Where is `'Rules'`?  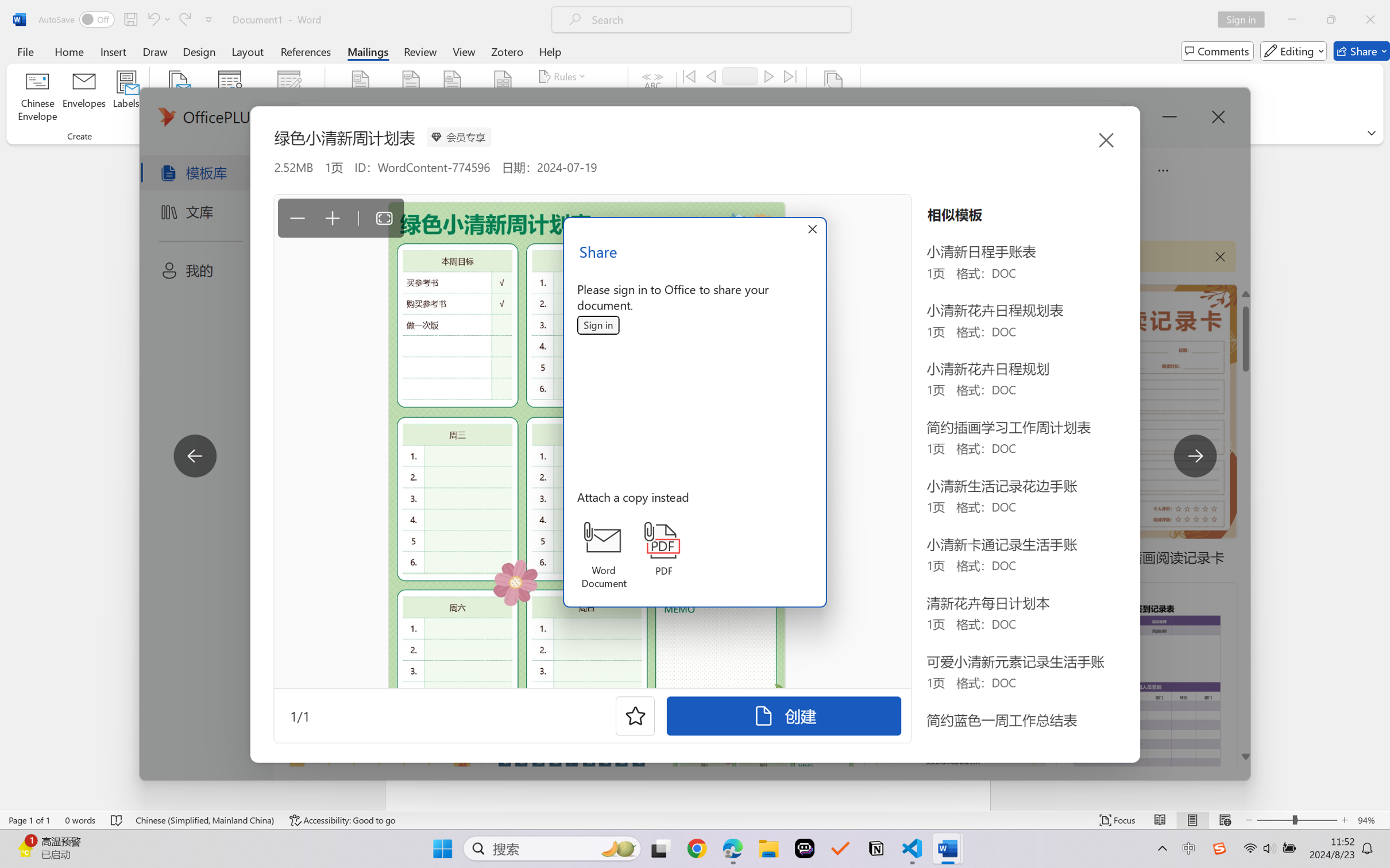
'Rules' is located at coordinates (563, 75).